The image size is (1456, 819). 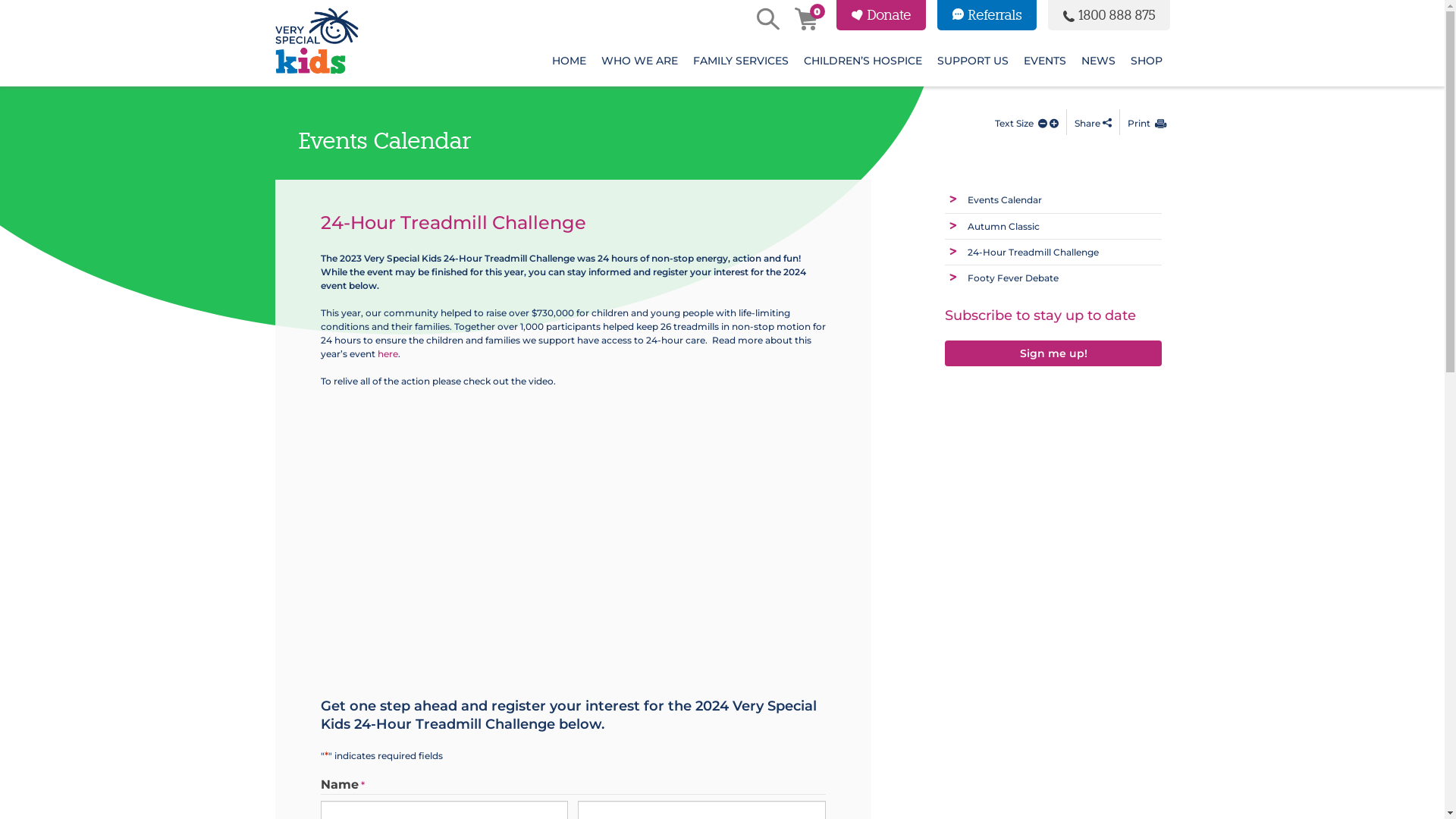 What do you see at coordinates (972, 60) in the screenshot?
I see `'SUPPORT US'` at bounding box center [972, 60].